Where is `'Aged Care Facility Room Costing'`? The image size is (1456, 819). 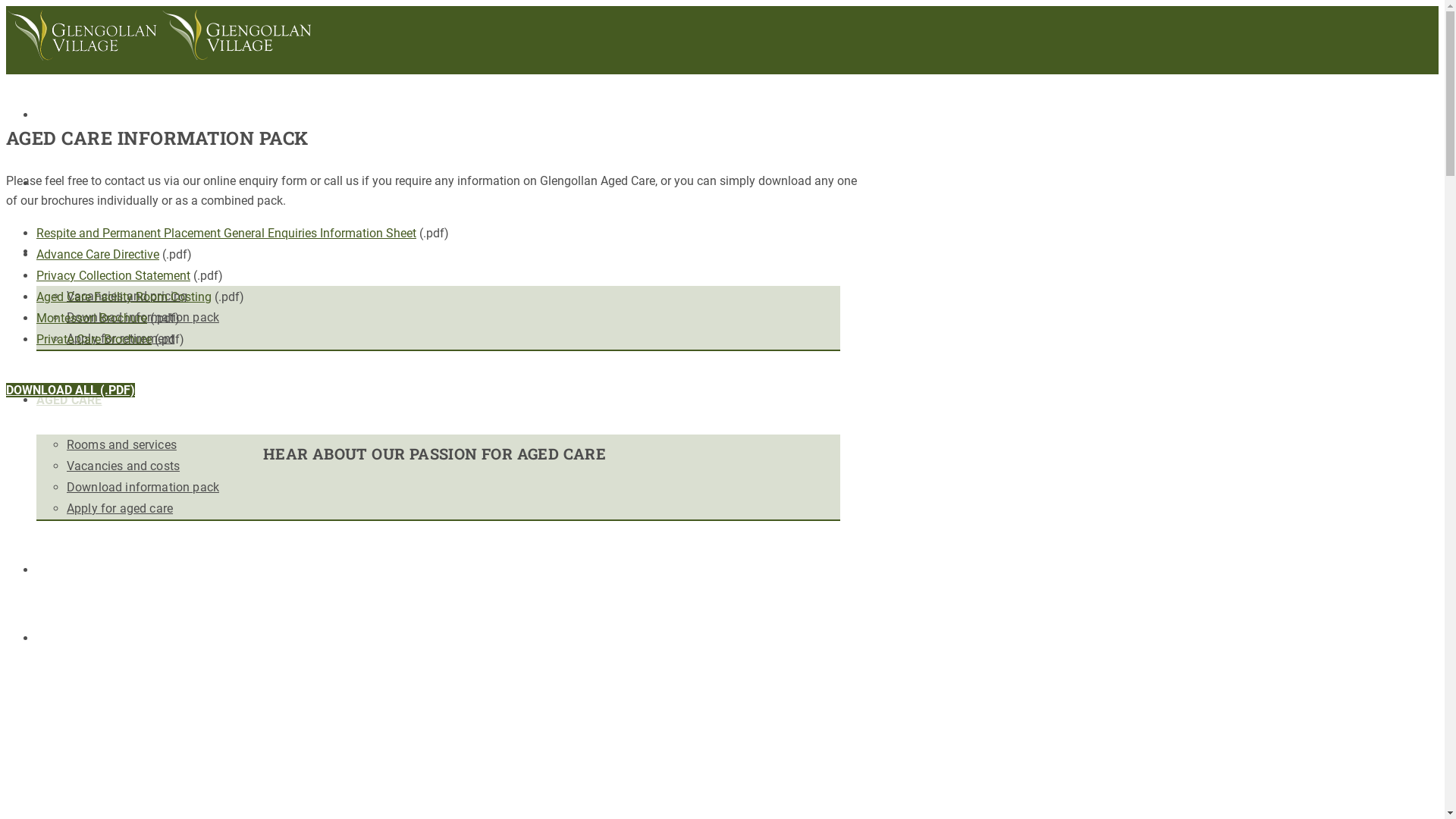 'Aged Care Facility Room Costing' is located at coordinates (124, 297).